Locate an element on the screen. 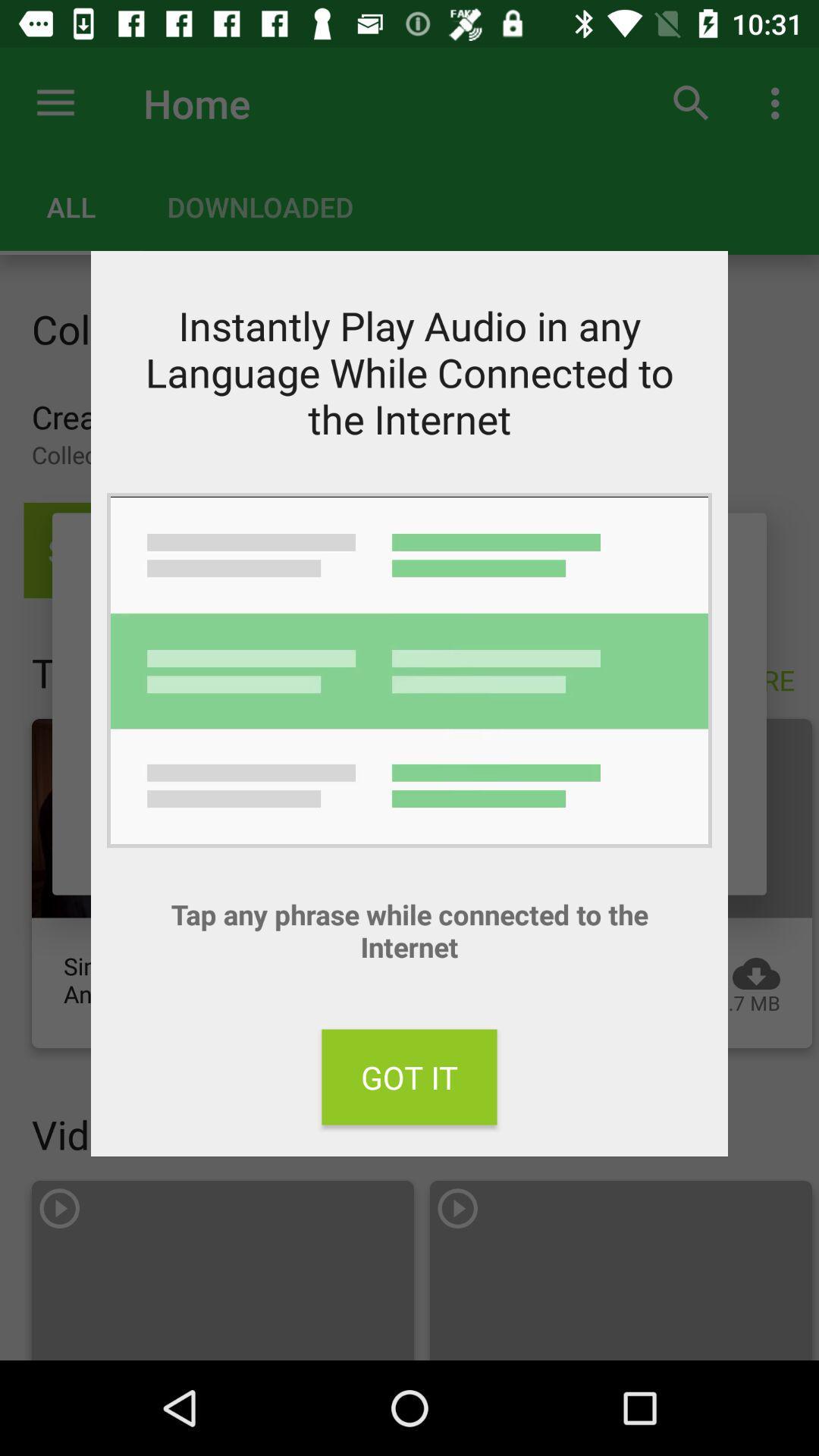  the item at the bottom is located at coordinates (409, 1076).